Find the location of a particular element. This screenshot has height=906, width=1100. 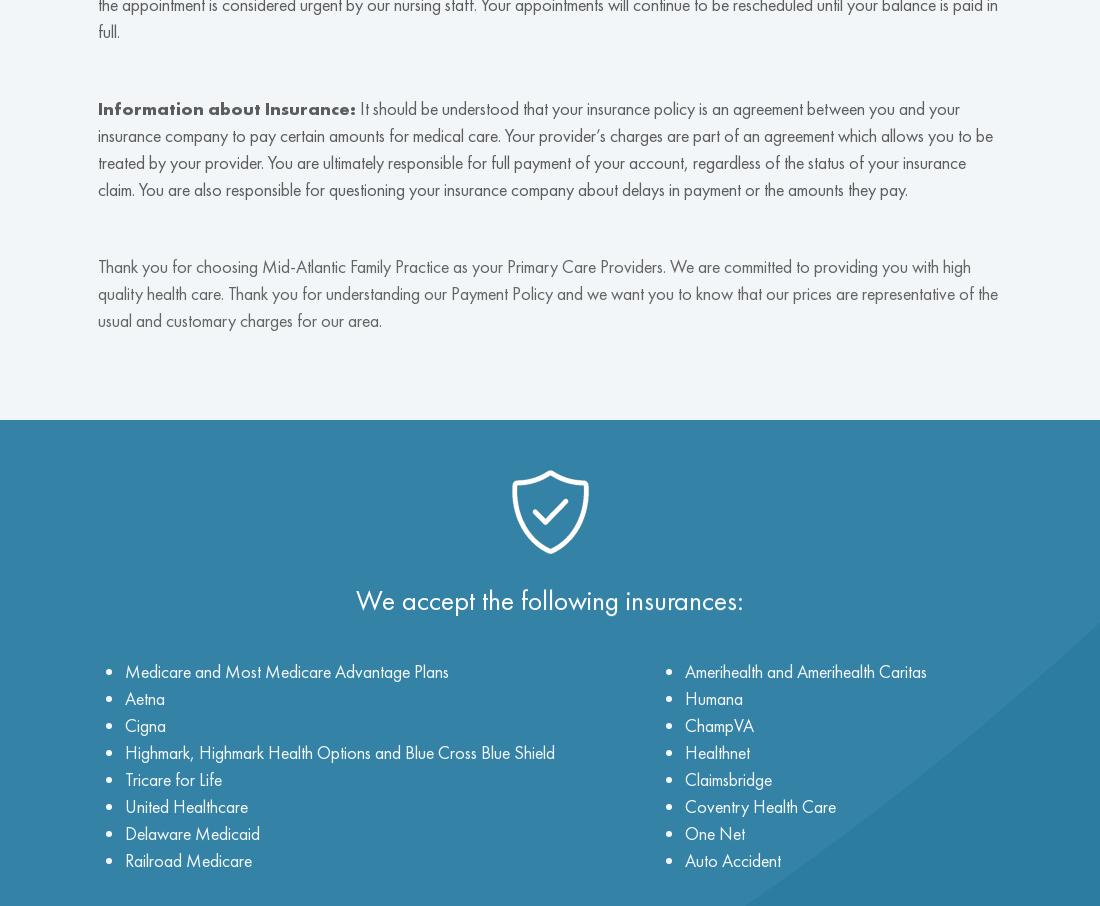

'Highmark, Highmark Health Options and Blue Cross Blue Shield' is located at coordinates (124, 750).